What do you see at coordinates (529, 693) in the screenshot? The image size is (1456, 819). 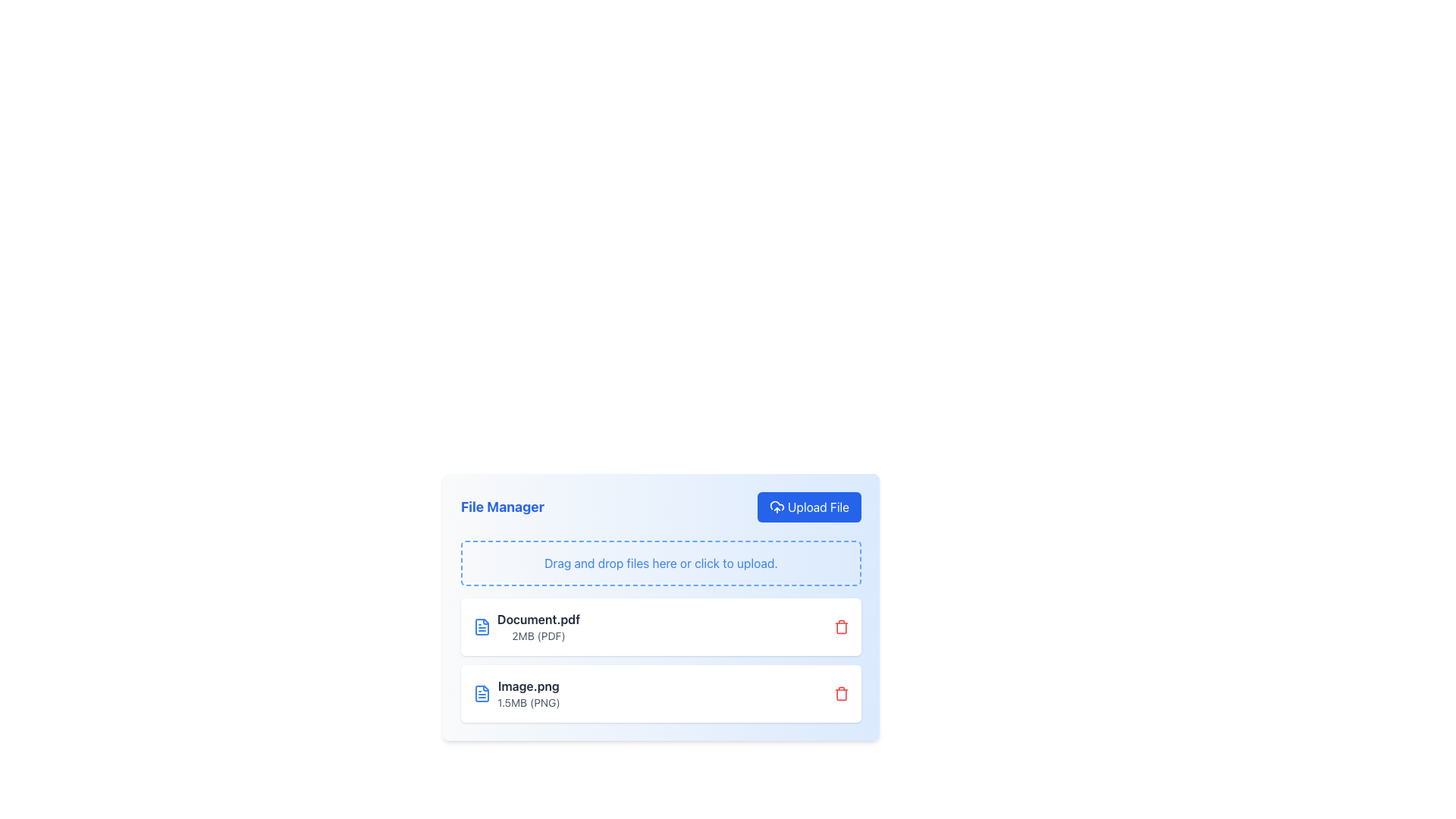 I see `the informational text label displaying details about the file 'Image.png' located in the 'File Manager' interface` at bounding box center [529, 693].